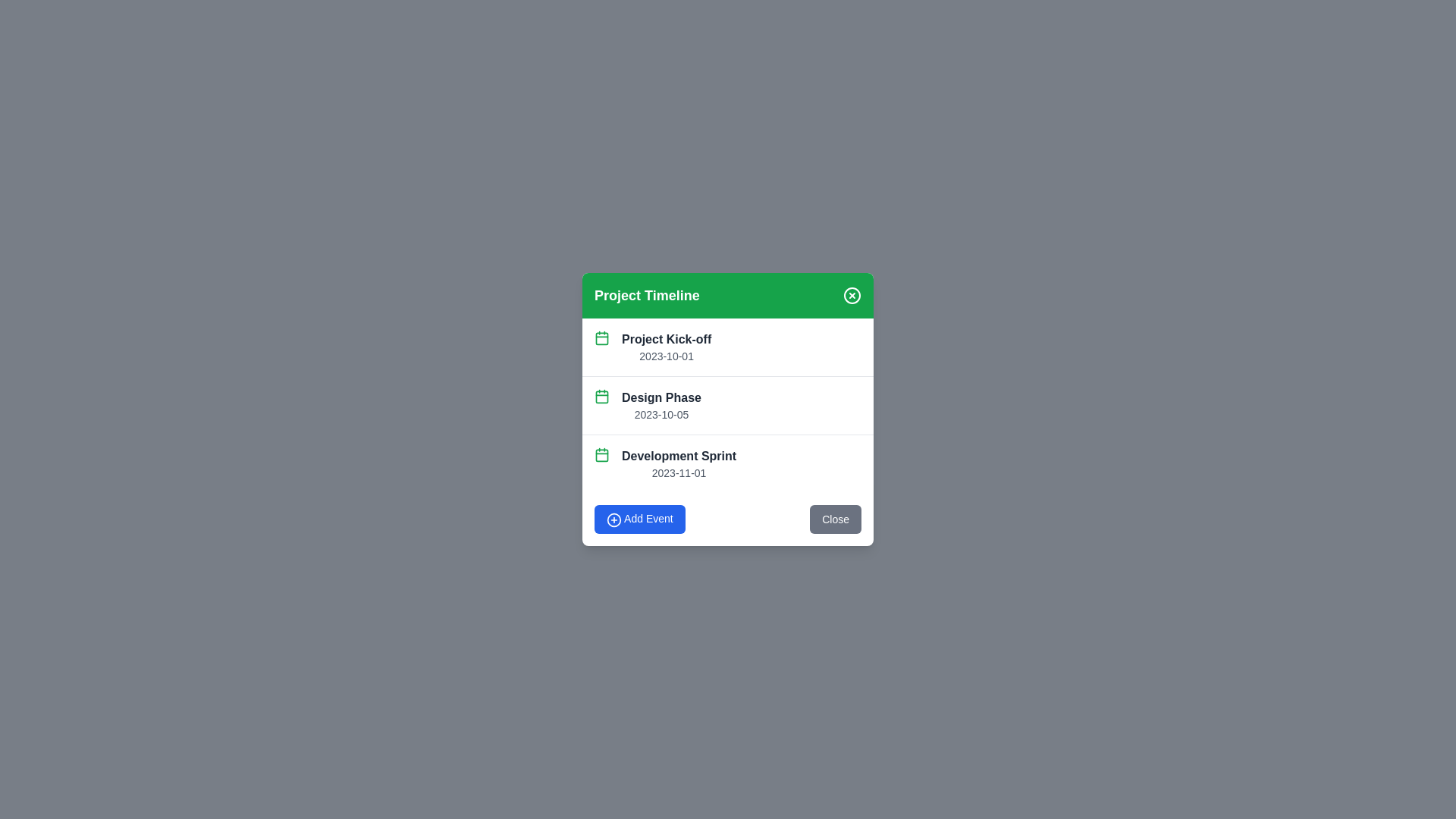  I want to click on the close button in the dialog's title bar to close the dialog, so click(852, 295).